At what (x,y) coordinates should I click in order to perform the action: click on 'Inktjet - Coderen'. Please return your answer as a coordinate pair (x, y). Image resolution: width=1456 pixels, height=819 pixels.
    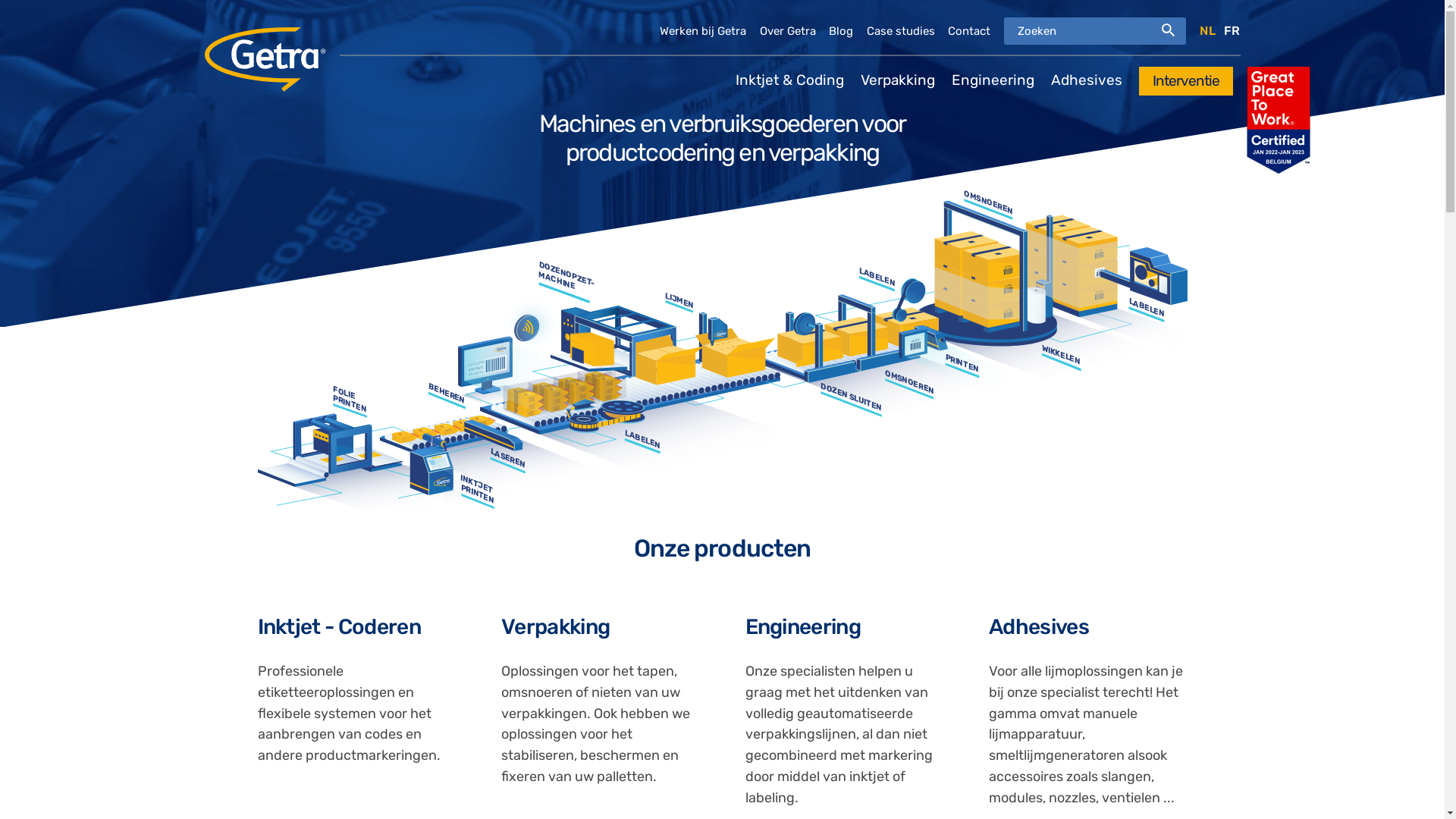
    Looking at the image, I should click on (258, 626).